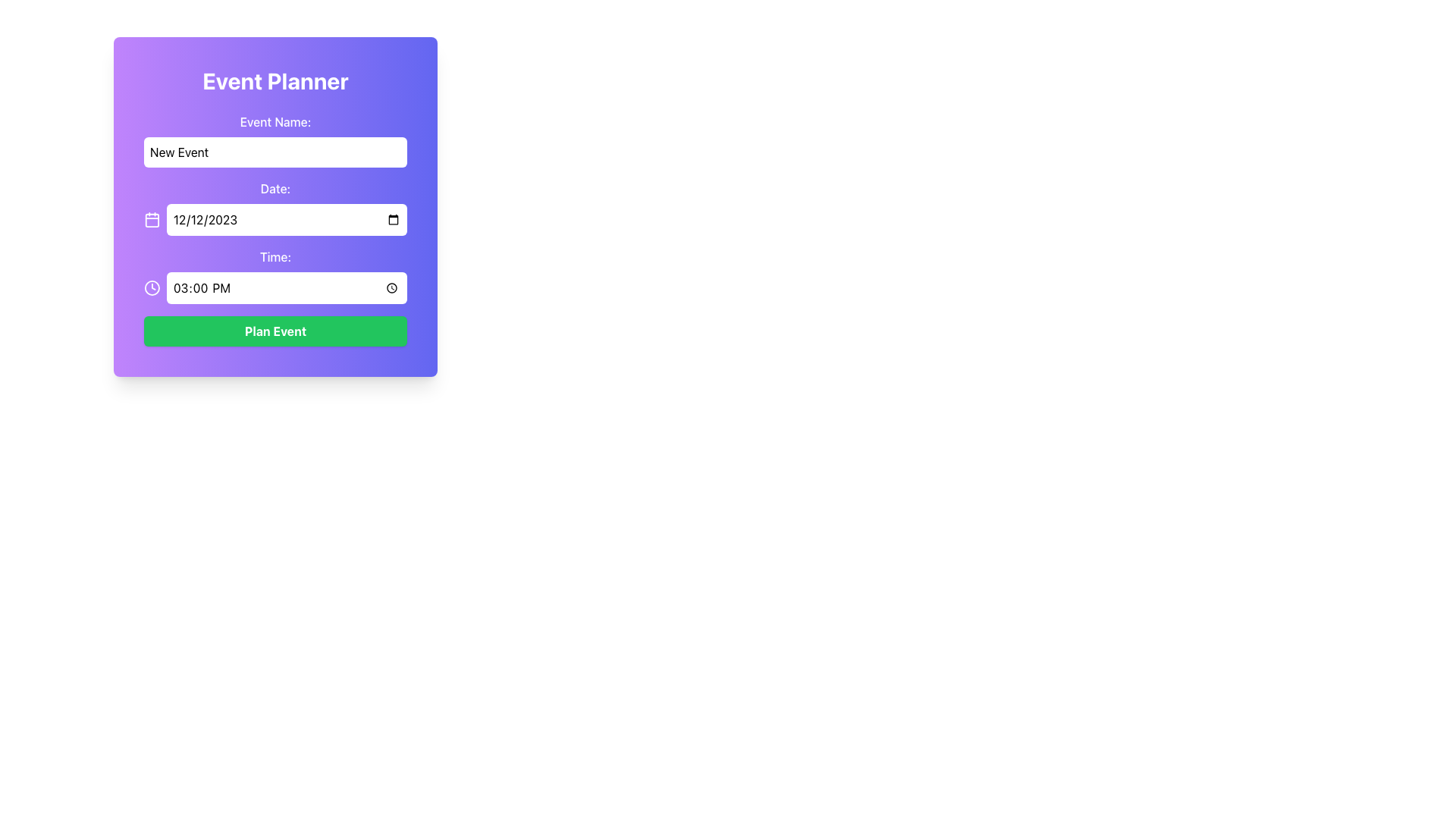  What do you see at coordinates (152, 288) in the screenshot?
I see `the clock icon located to the left of the 'Time' input field in the event planner form` at bounding box center [152, 288].